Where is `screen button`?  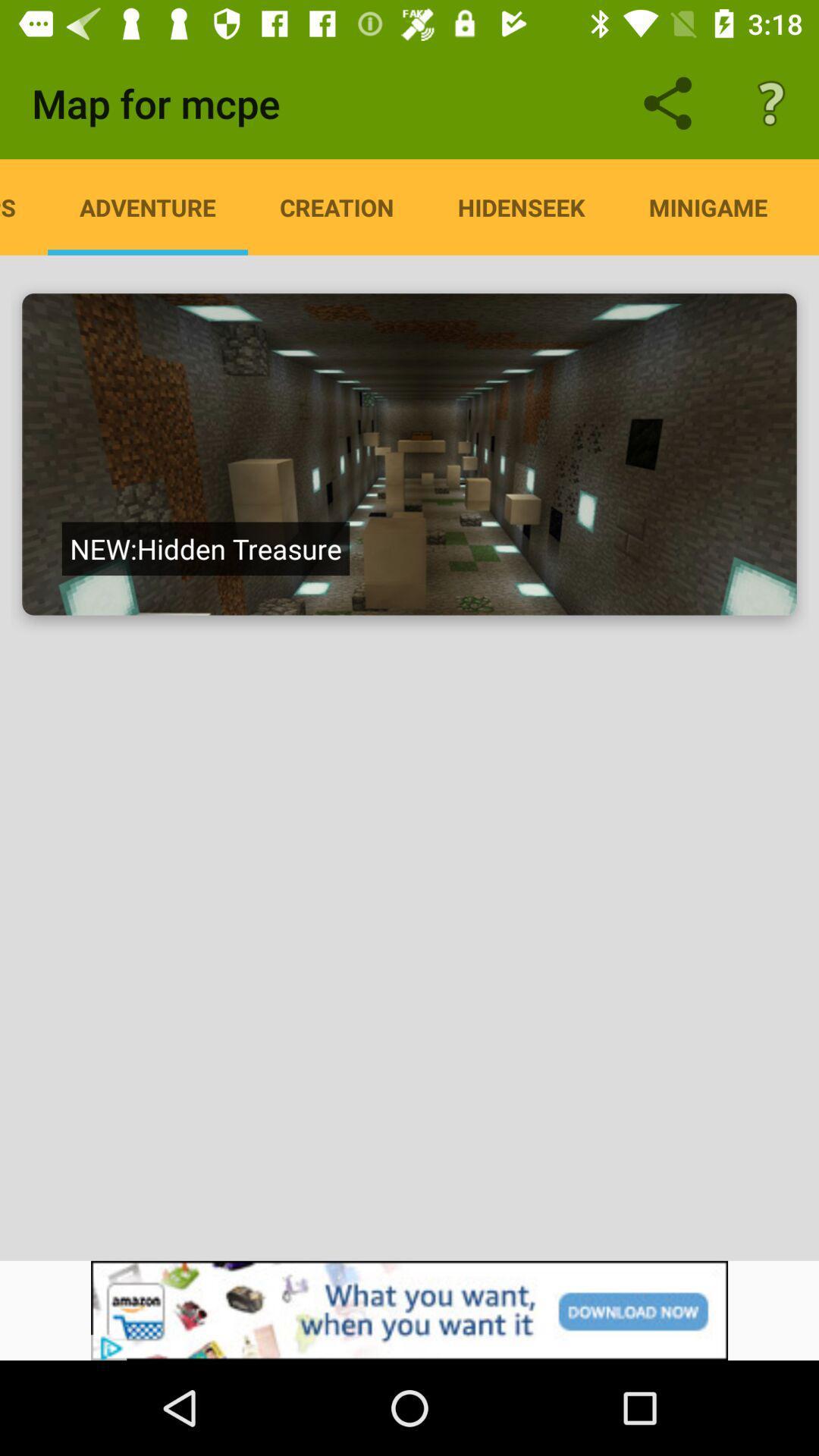
screen button is located at coordinates (409, 453).